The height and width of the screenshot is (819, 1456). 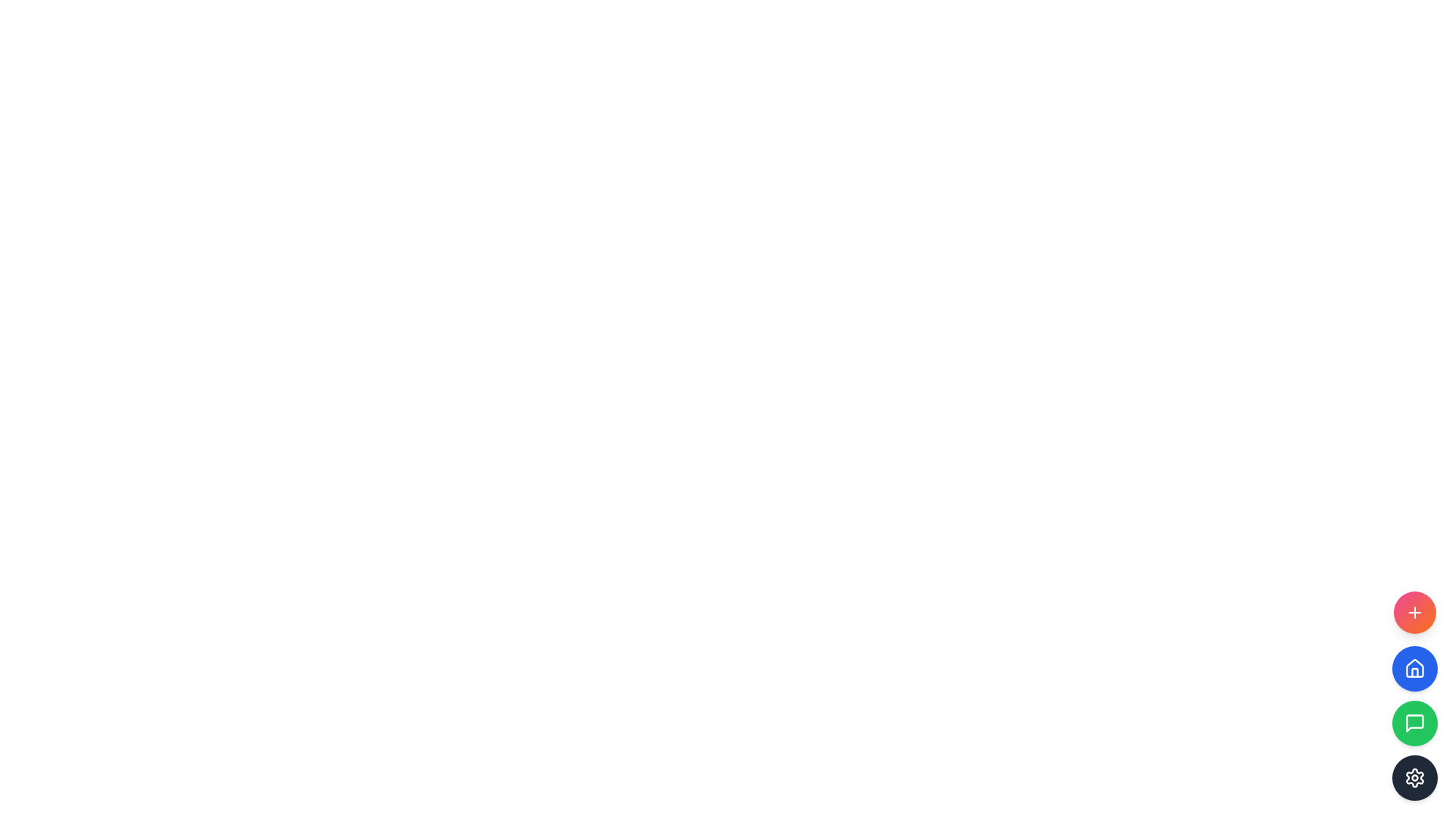 I want to click on the third button in the vertical series of buttons located in the bottom-right corner of the UI, so click(x=1414, y=696).